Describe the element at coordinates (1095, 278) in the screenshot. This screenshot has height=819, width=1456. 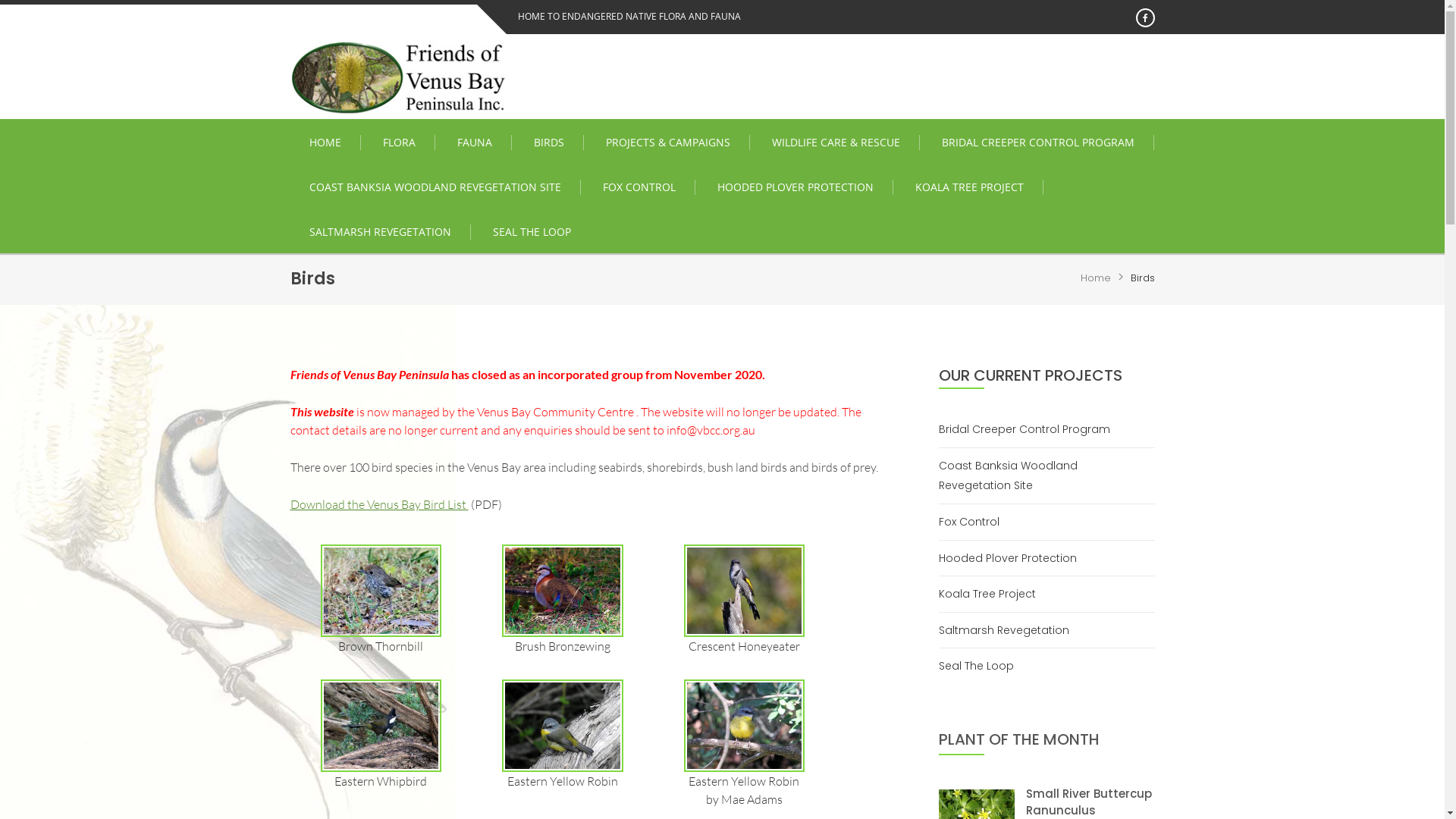
I see `'Home'` at that location.